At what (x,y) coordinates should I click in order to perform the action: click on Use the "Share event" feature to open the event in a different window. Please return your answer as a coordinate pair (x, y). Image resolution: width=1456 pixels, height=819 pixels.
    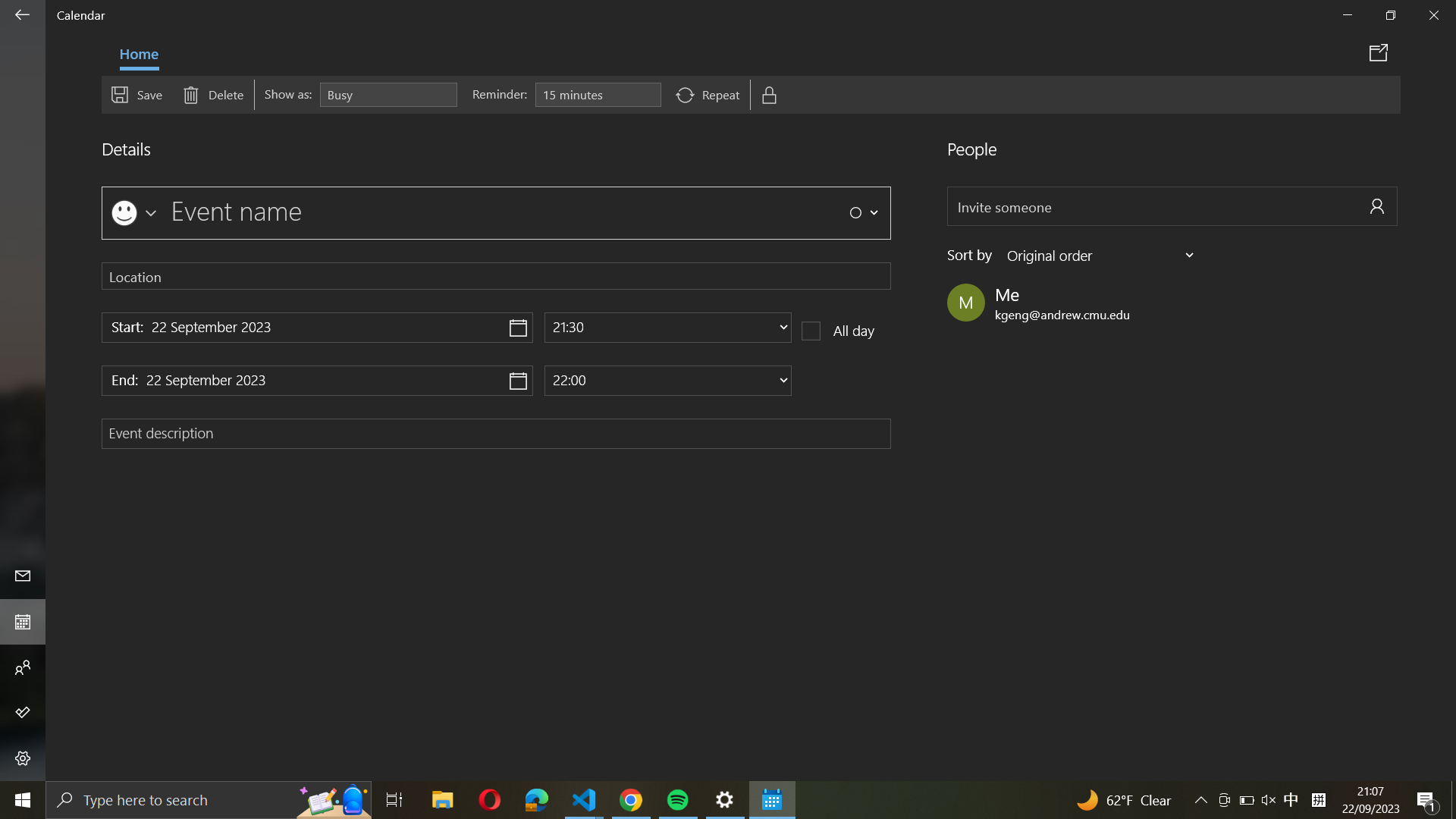
    Looking at the image, I should click on (1381, 52).